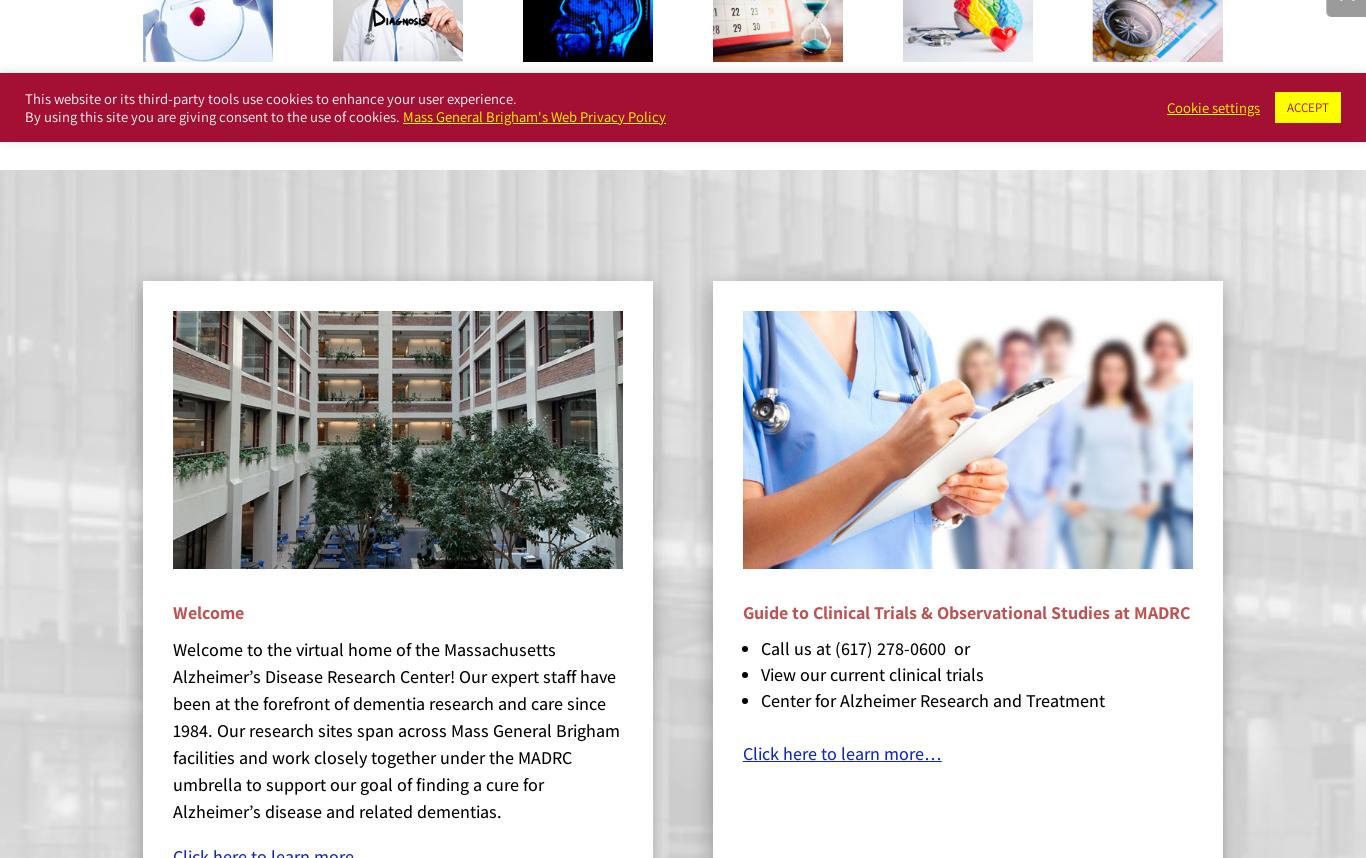 This screenshot has width=1366, height=858. Describe the element at coordinates (396, 103) in the screenshot. I see `'Diagnosis'` at that location.